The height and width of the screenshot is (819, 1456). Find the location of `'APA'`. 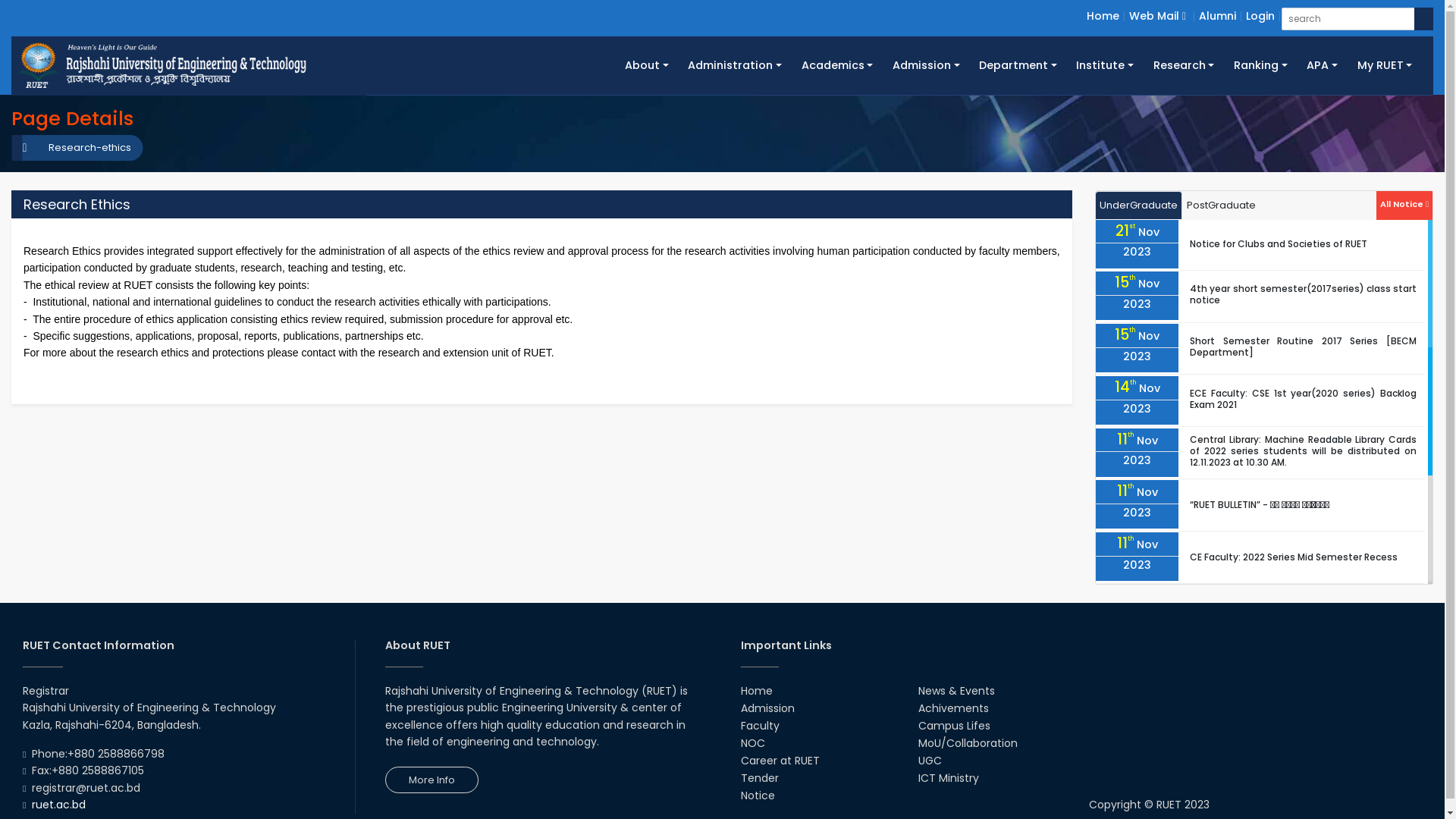

'APA' is located at coordinates (1320, 64).